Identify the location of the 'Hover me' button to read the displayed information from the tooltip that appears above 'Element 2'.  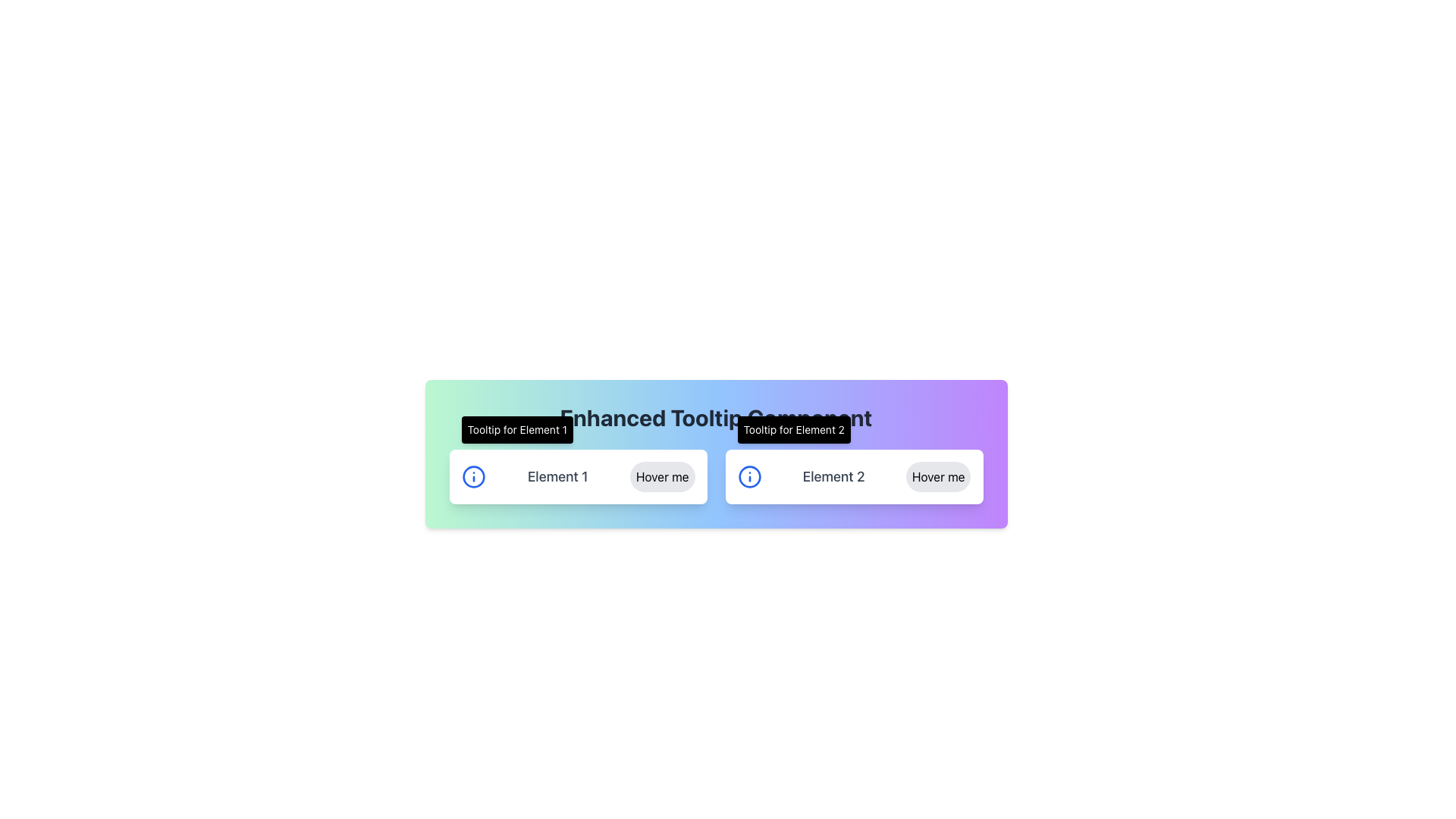
(793, 430).